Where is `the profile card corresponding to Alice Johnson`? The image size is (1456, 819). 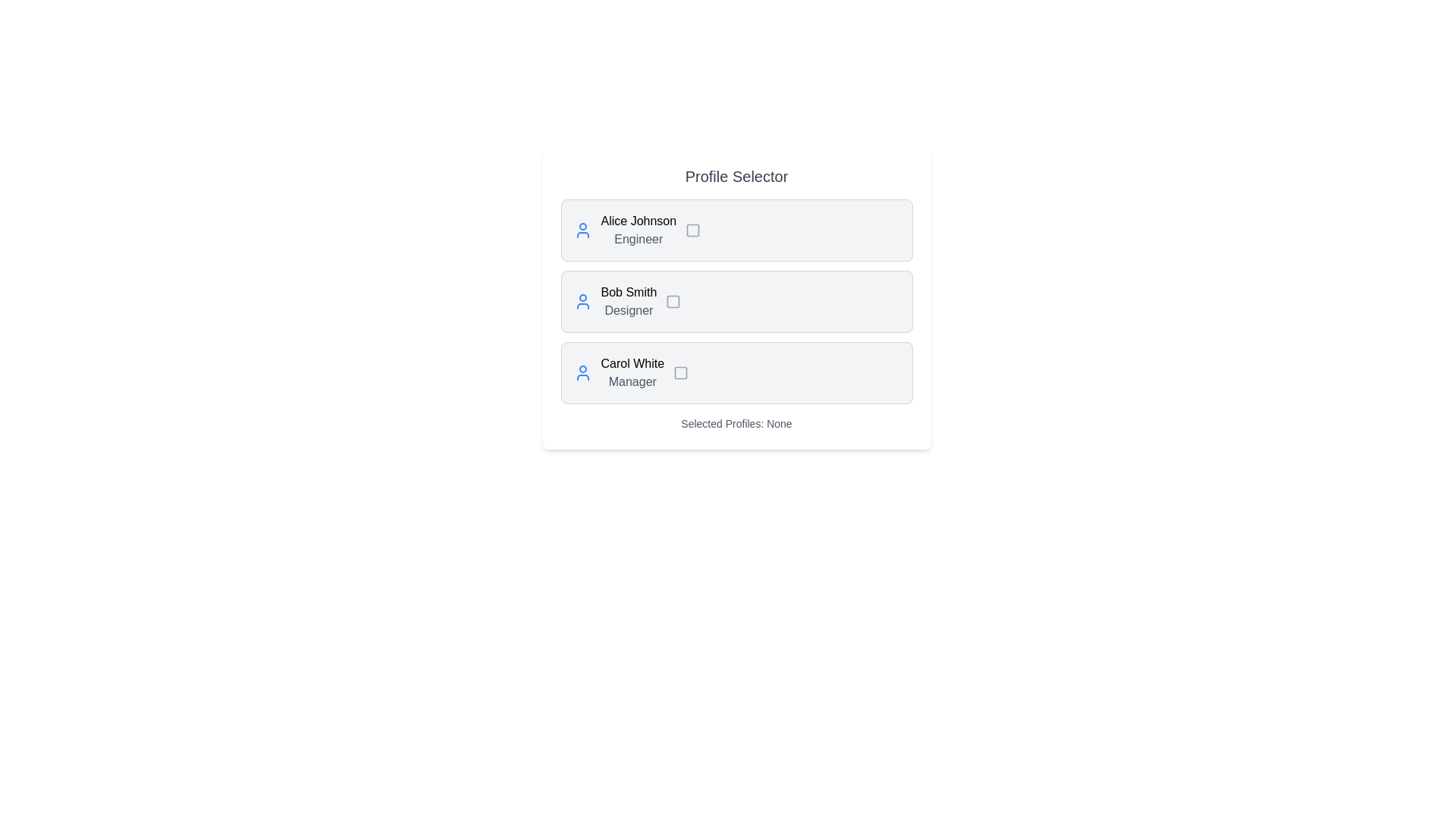
the profile card corresponding to Alice Johnson is located at coordinates (736, 231).